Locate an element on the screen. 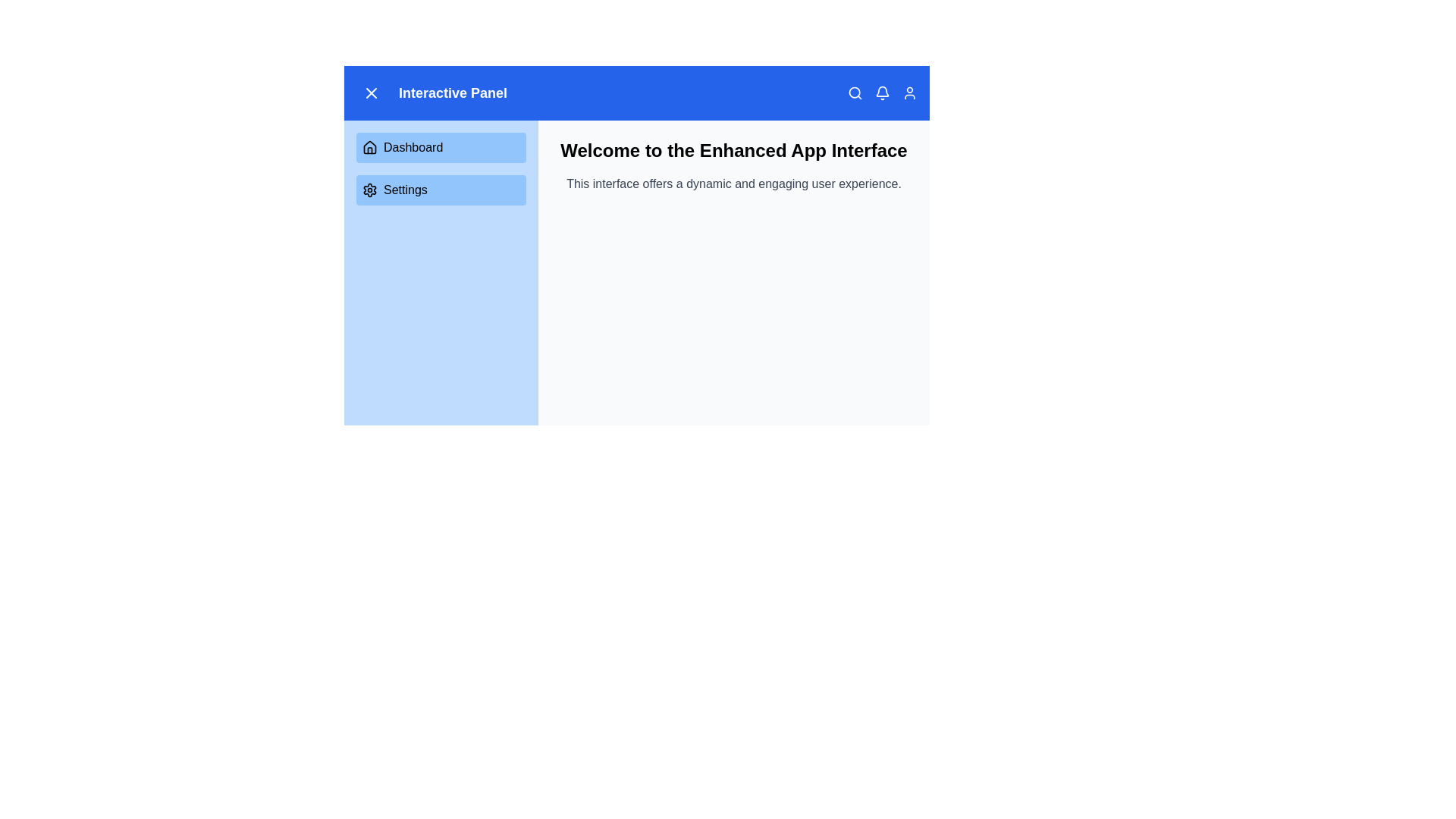 The image size is (1456, 819). the circular blue button with a white 'X' symbol to observe the hover effect is located at coordinates (371, 93).